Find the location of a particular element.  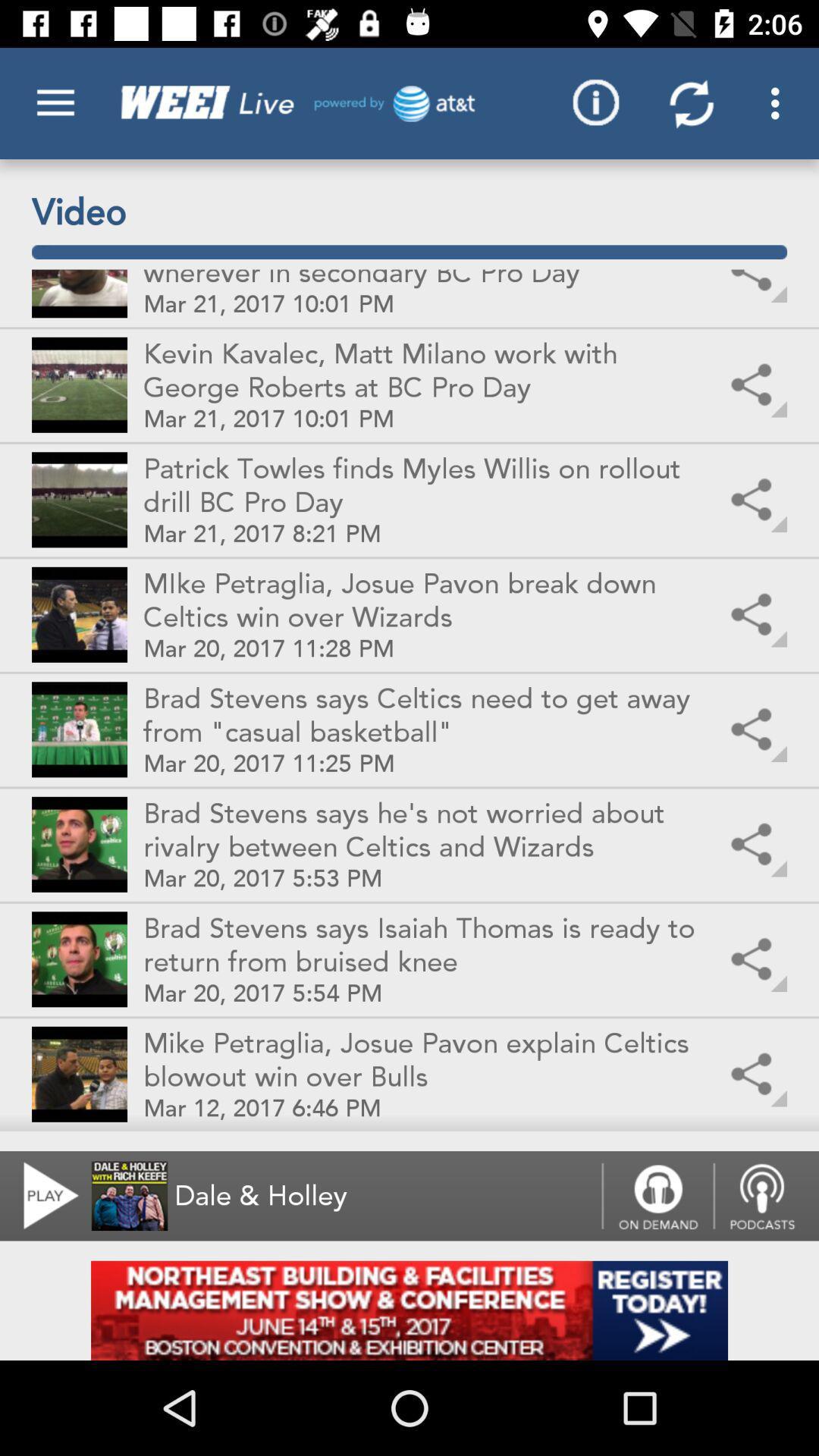

the lock icon is located at coordinates (657, 1195).